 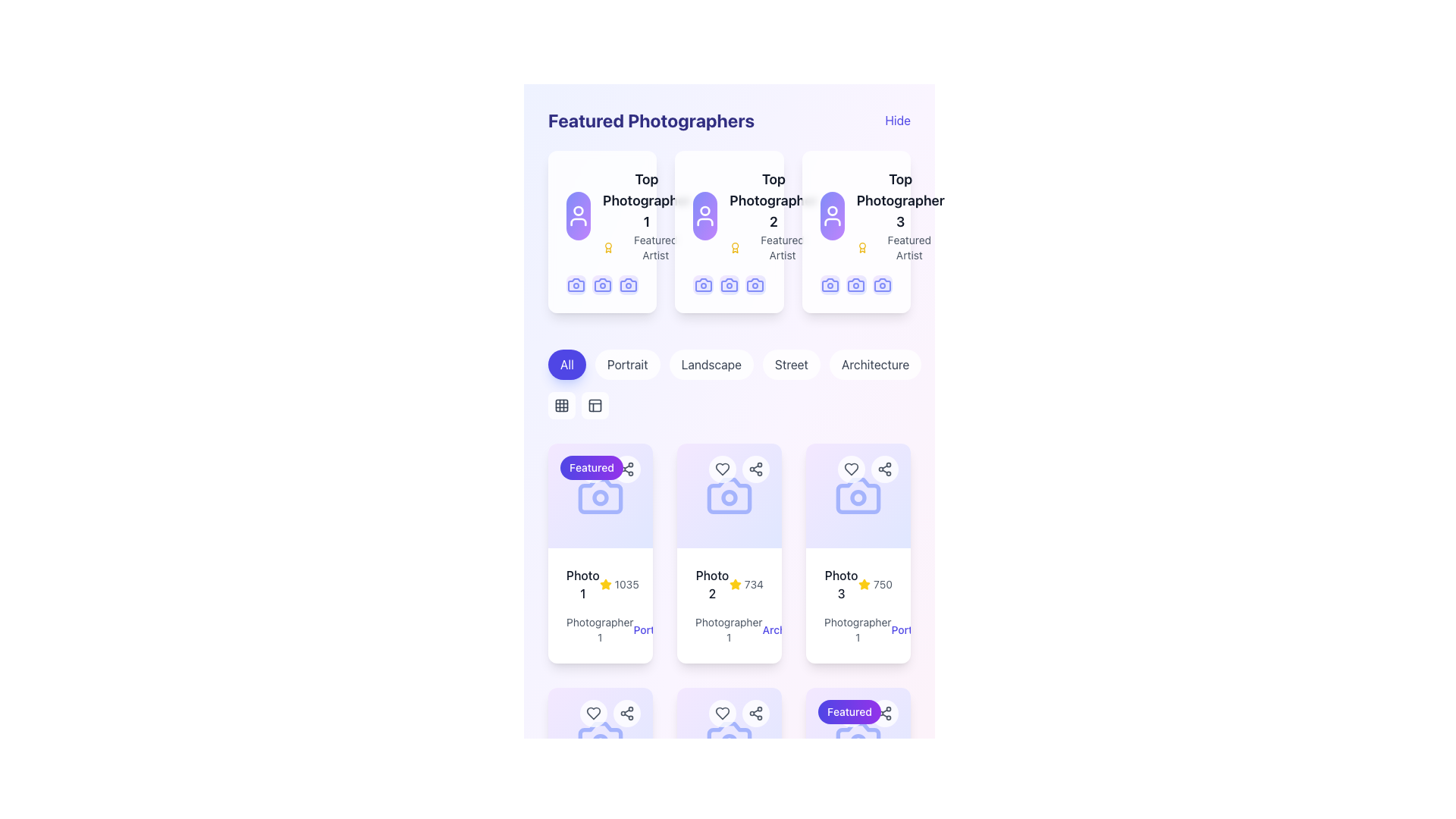 What do you see at coordinates (898, 119) in the screenshot?
I see `the Text button in the top-right corner of the 'Featured Photographers' section` at bounding box center [898, 119].